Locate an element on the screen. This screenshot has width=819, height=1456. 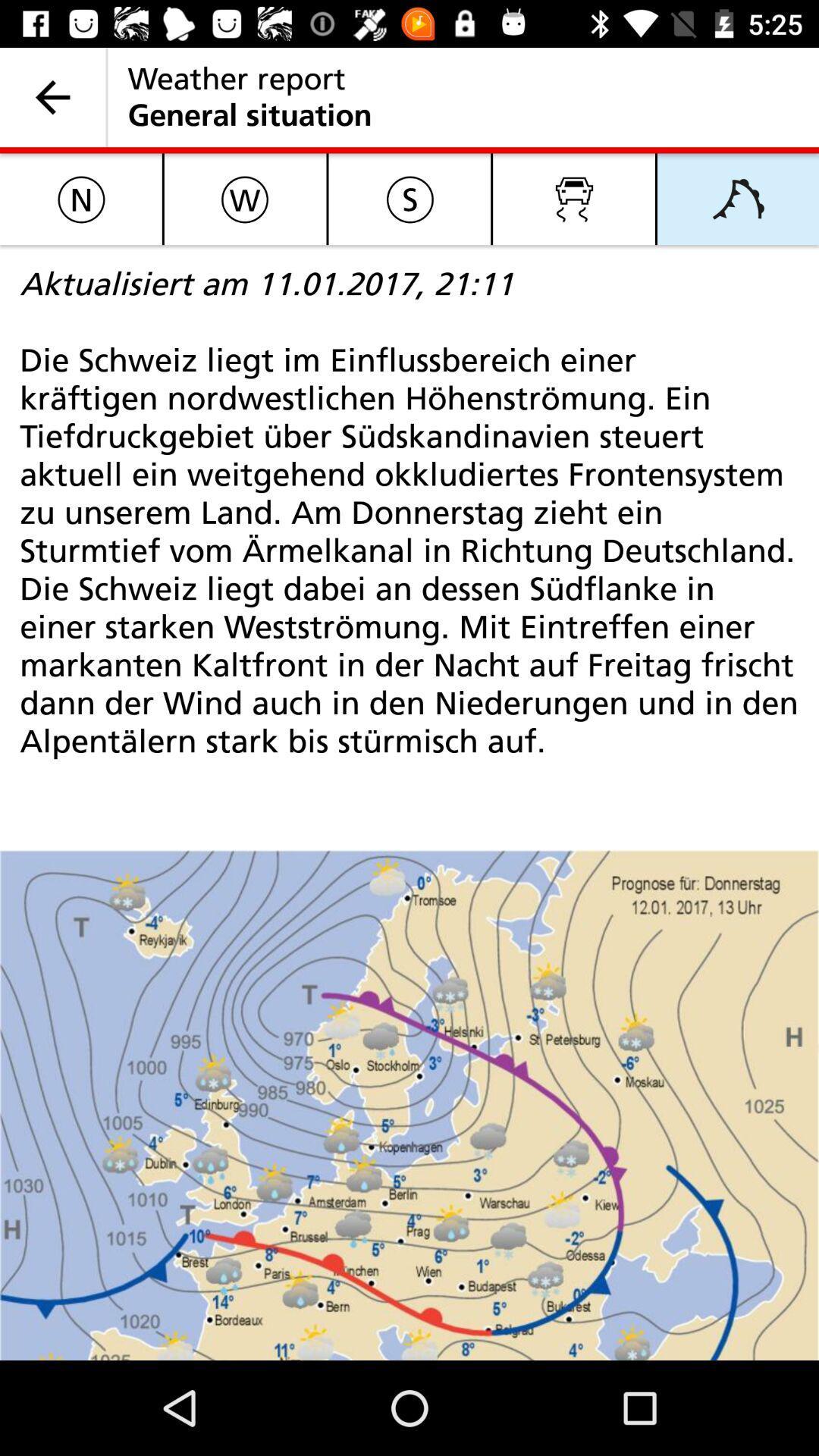
item above the aktualisiert am 11 item is located at coordinates (244, 198).